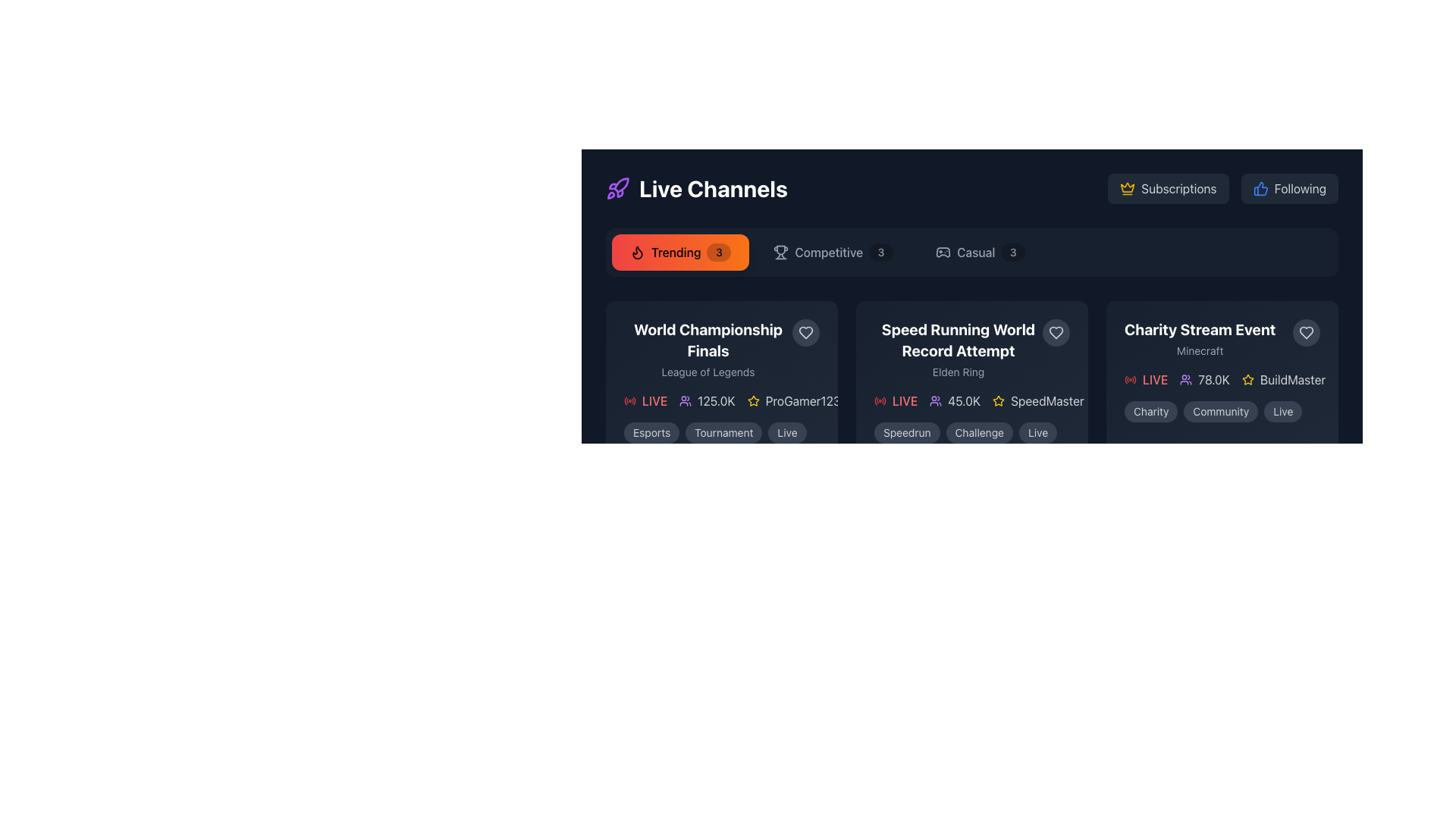  Describe the element at coordinates (1222, 379) in the screenshot. I see `the viewer count displayed in the Composite informational label of the 'Charity Stream Event' card, which is located under the title text and above the tag buttons` at that location.